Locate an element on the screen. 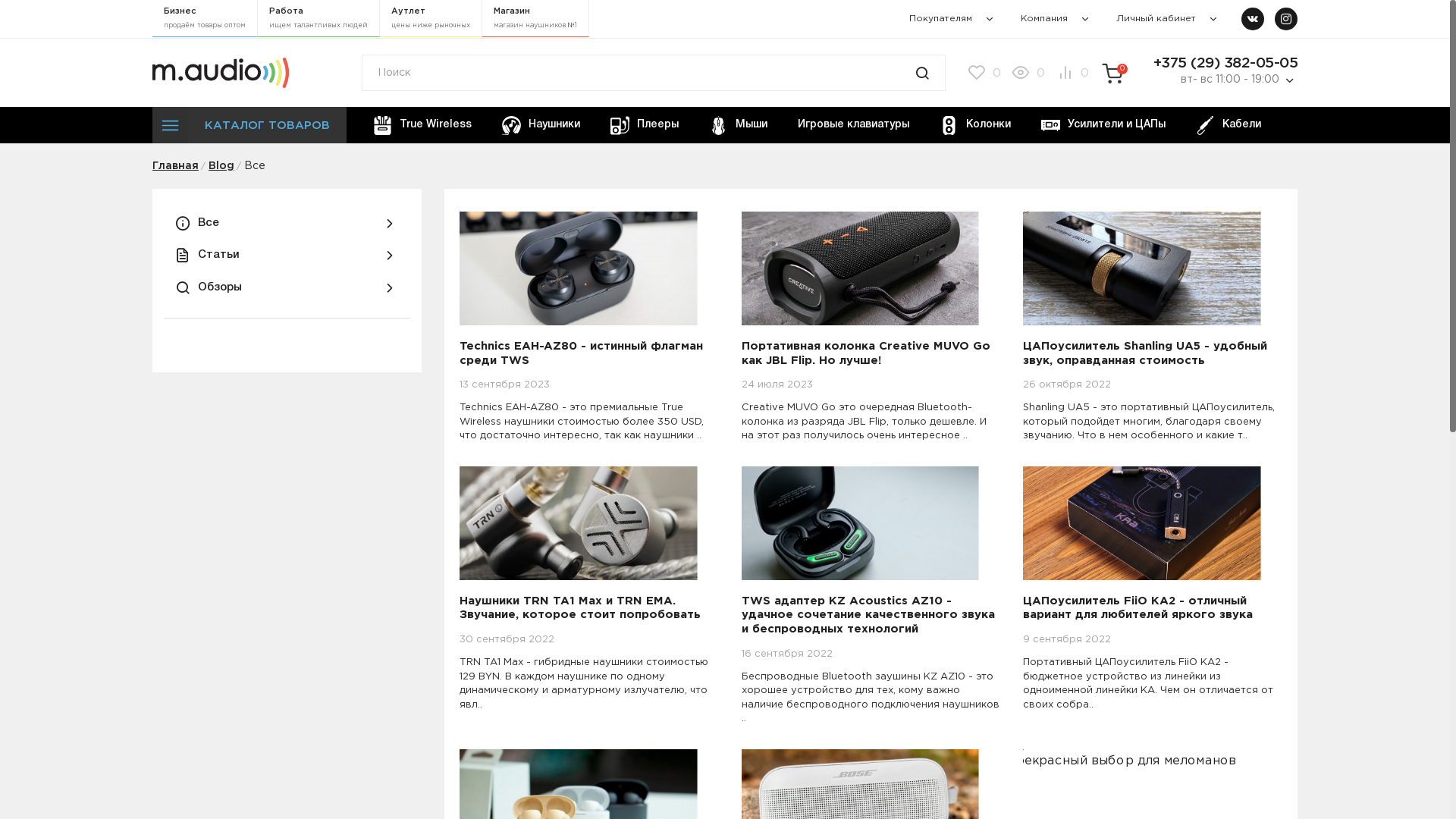 Image resolution: width=1456 pixels, height=819 pixels. '0' is located at coordinates (1112, 74).